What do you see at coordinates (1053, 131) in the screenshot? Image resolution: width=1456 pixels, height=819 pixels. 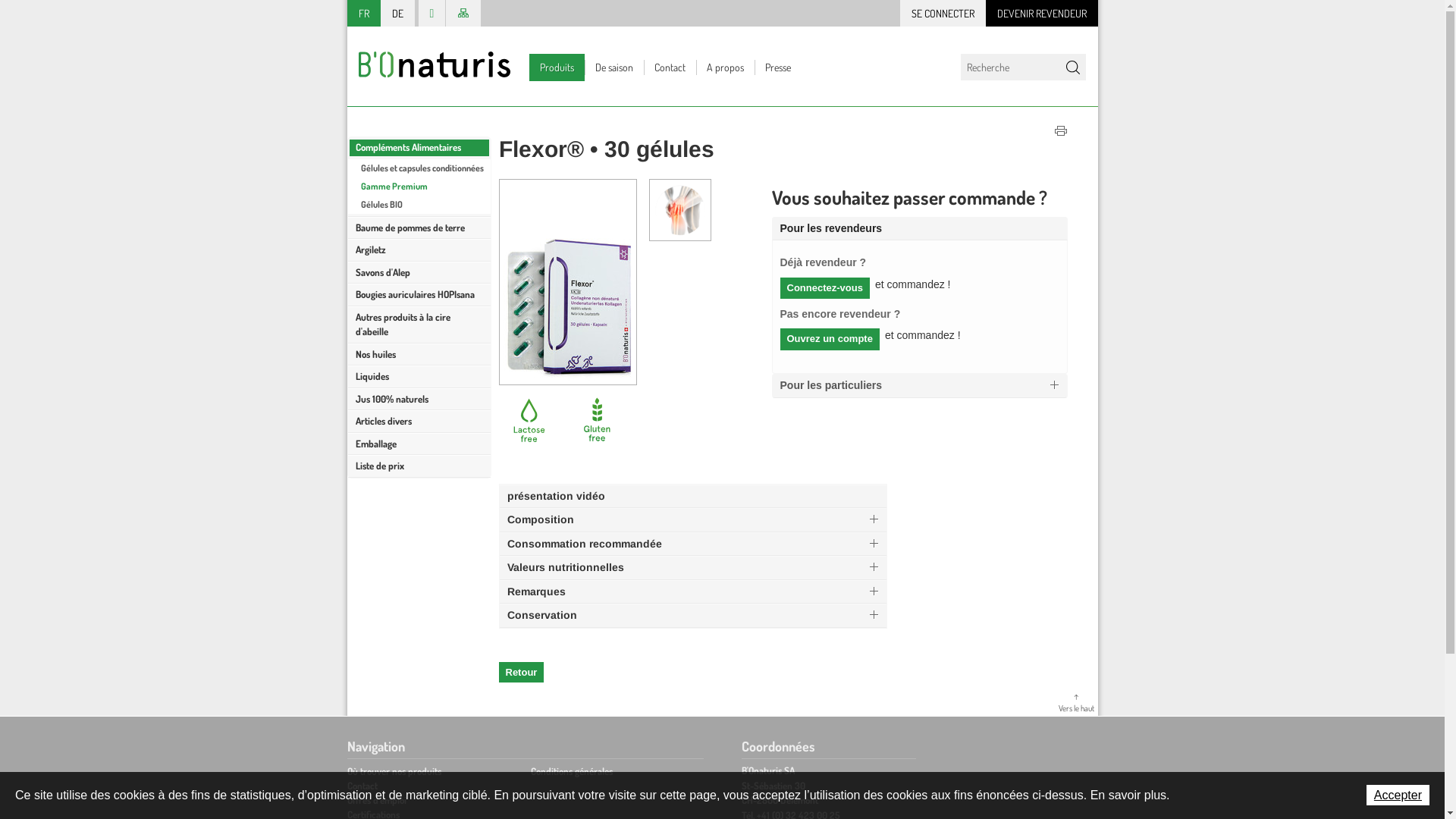 I see `'Print'` at bounding box center [1053, 131].